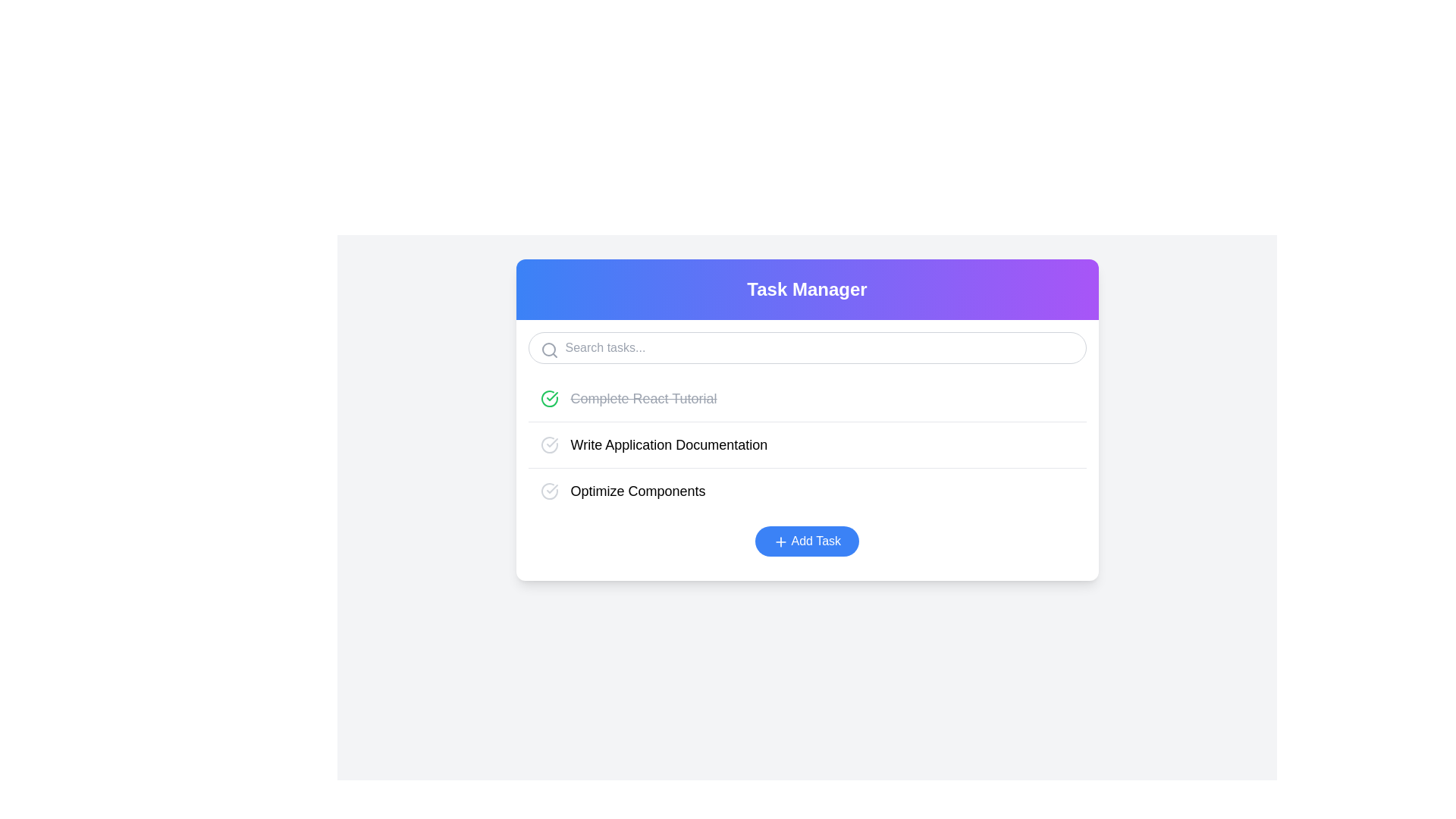 This screenshot has width=1456, height=819. I want to click on the green checkmark icon that indicates the completion of the 'Complete React Tutorial' task, so click(548, 397).